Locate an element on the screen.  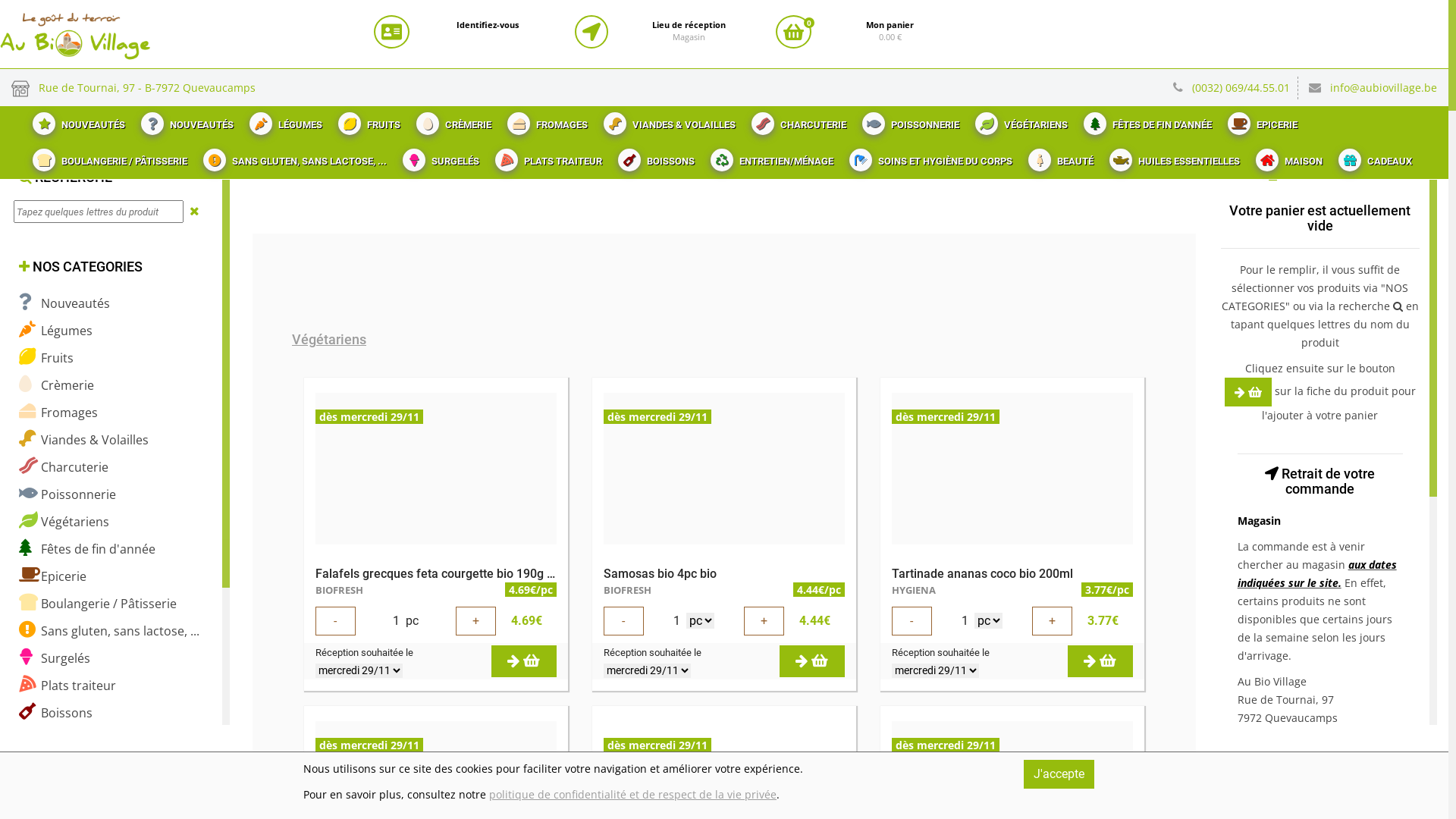
'(0032) 069/44.55.01' is located at coordinates (1191, 87).